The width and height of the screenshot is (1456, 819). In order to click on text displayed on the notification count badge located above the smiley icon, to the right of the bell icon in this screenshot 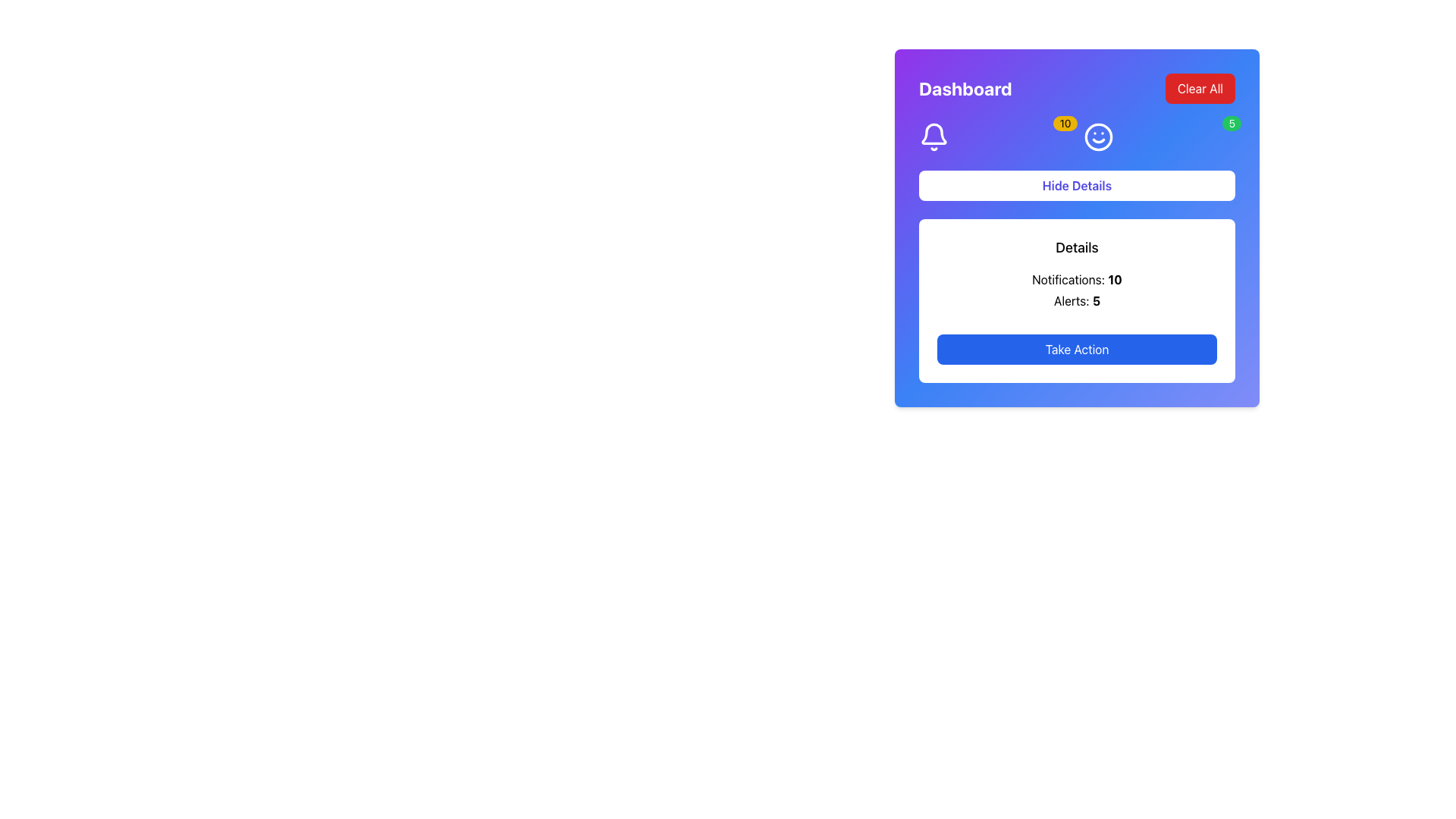, I will do `click(1076, 137)`.